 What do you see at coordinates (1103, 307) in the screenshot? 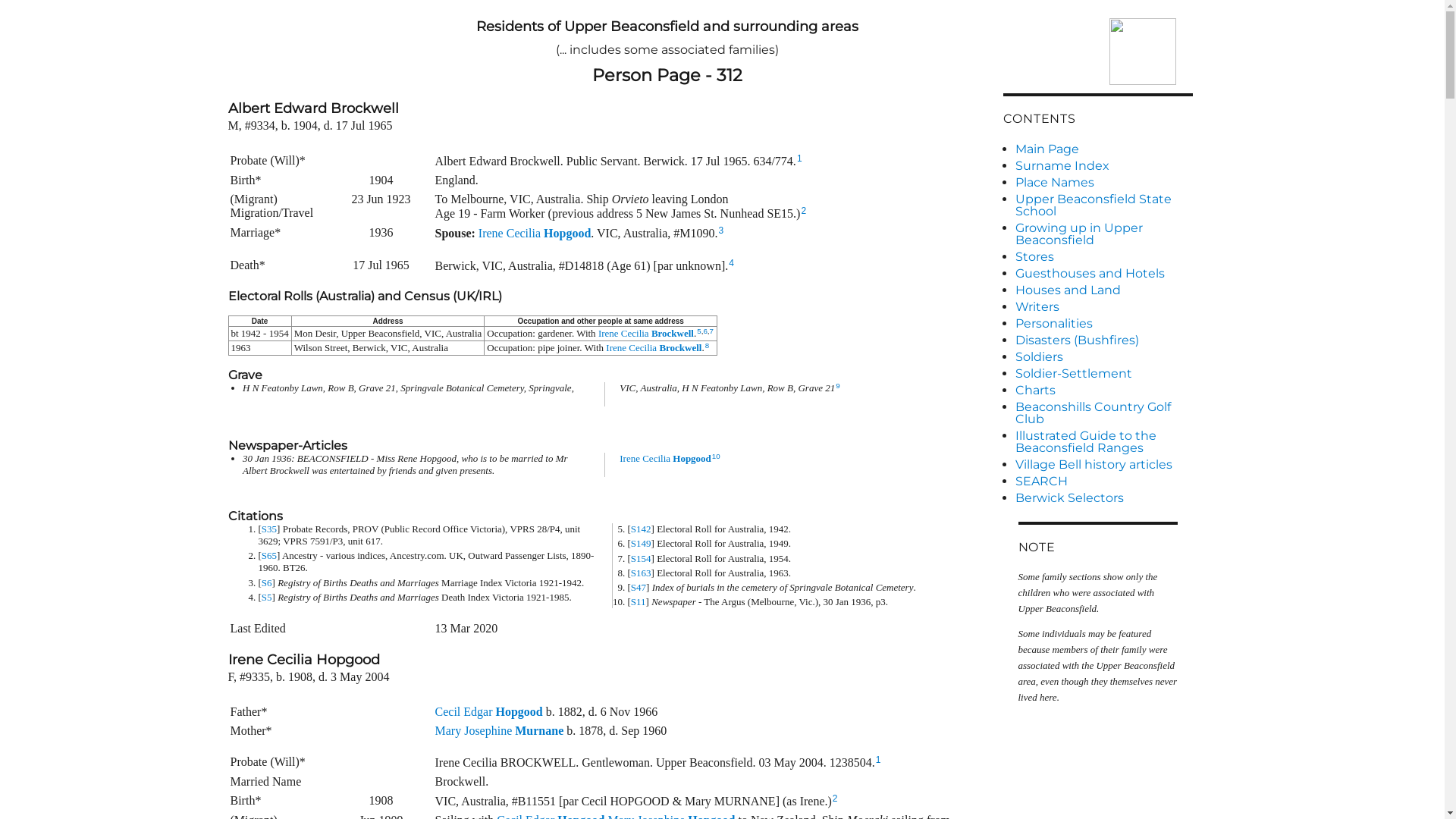
I see `'Writers'` at bounding box center [1103, 307].